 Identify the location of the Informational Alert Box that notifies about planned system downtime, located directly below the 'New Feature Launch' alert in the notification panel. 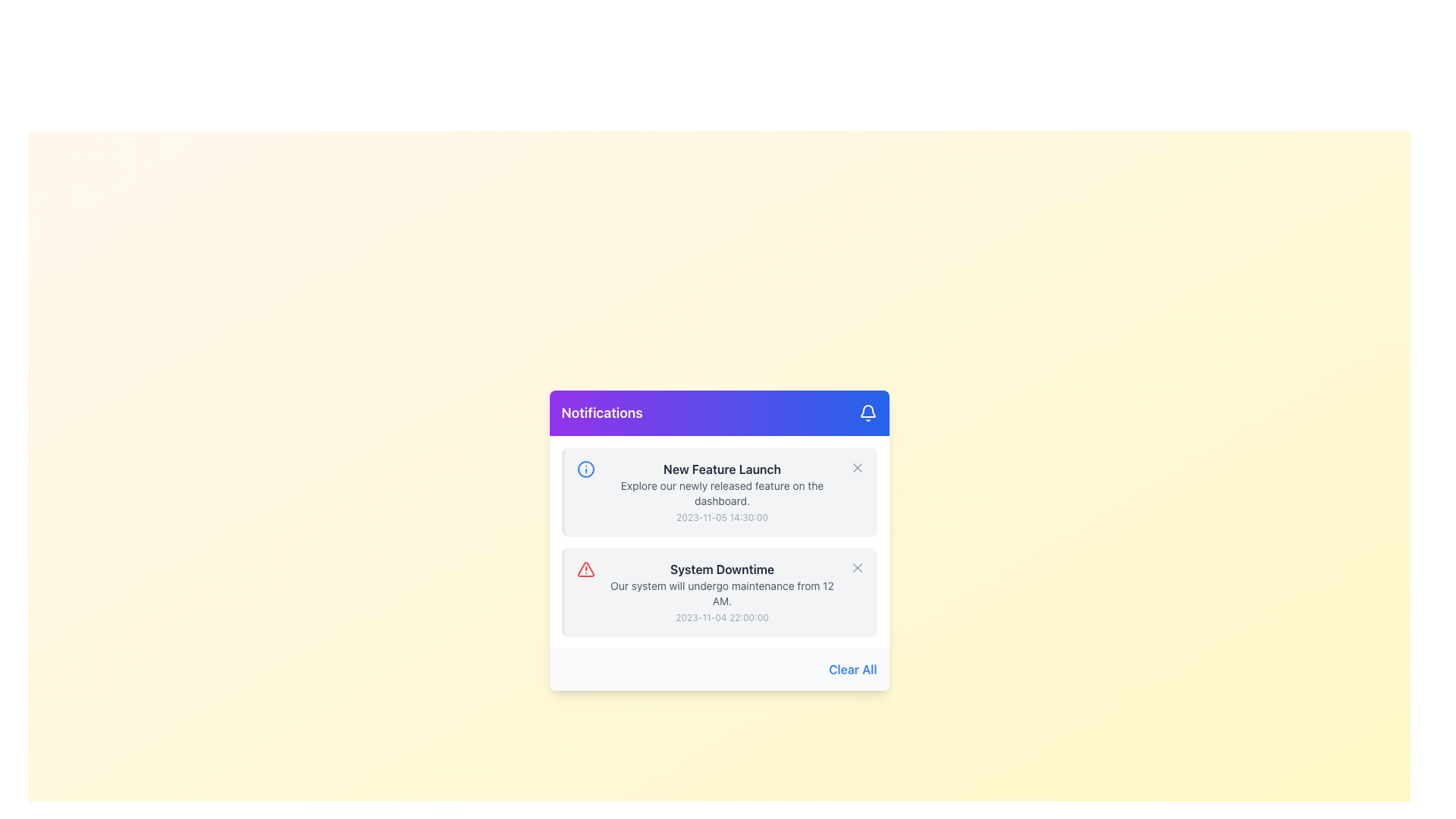
(718, 591).